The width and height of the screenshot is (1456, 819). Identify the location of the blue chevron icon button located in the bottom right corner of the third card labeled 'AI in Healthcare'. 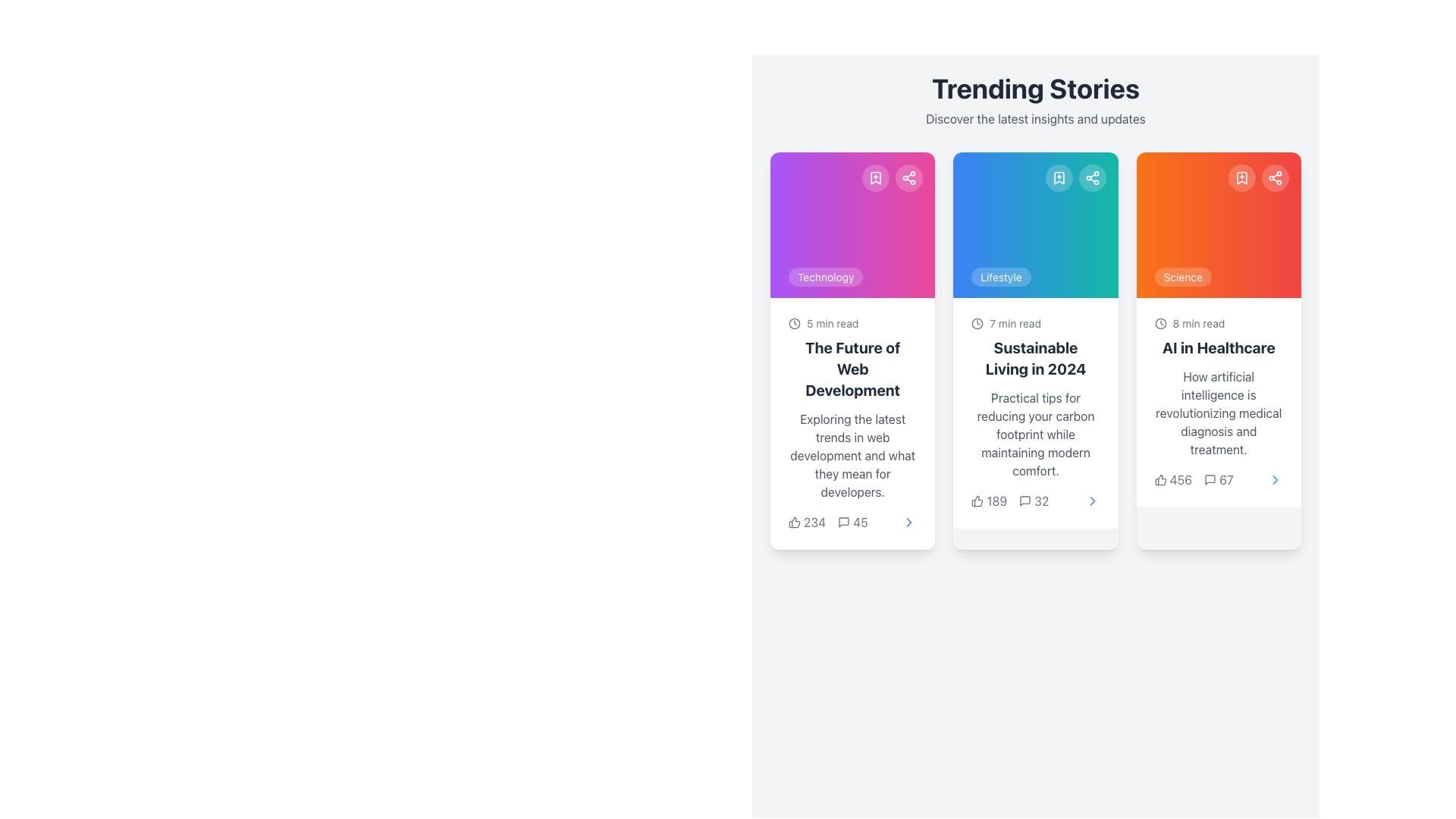
(1274, 479).